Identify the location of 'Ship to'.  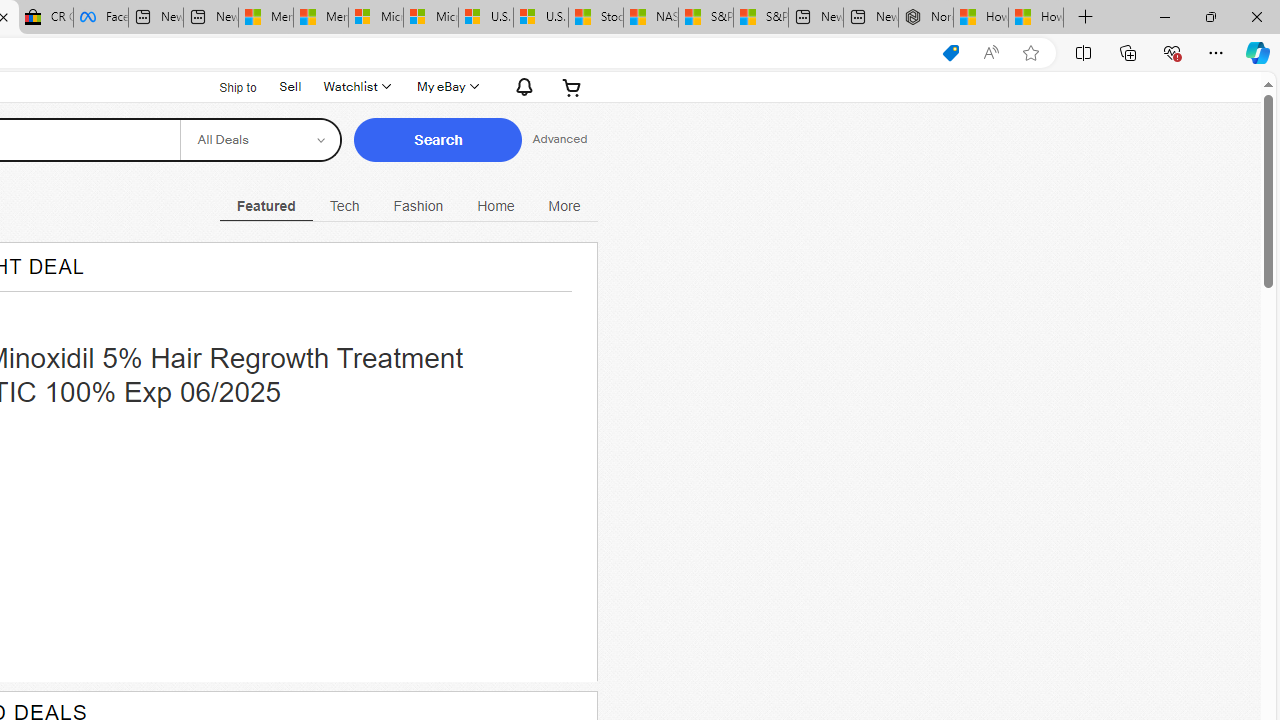
(225, 86).